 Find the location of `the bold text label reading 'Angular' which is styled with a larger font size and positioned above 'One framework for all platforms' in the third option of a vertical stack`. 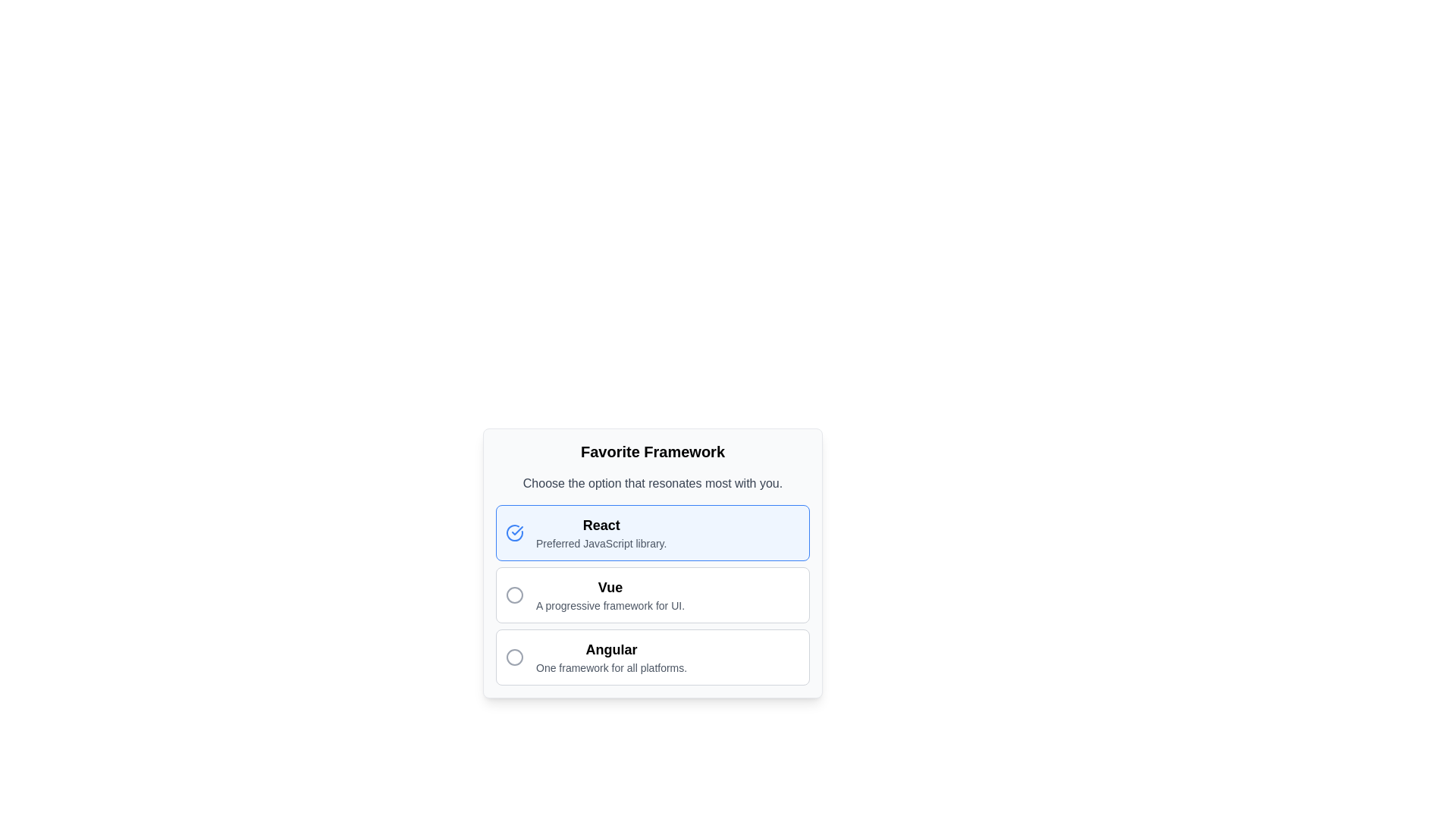

the bold text label reading 'Angular' which is styled with a larger font size and positioned above 'One framework for all platforms' in the third option of a vertical stack is located at coordinates (611, 648).